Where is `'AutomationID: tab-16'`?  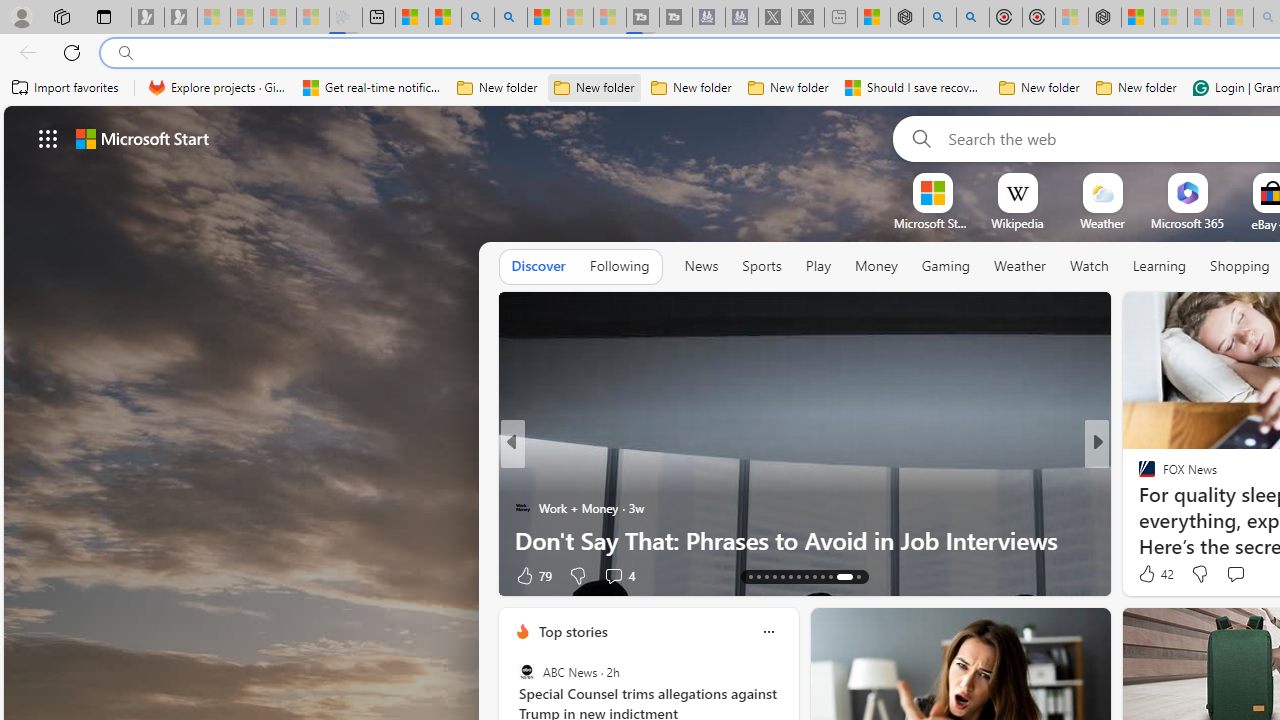
'AutomationID: tab-16' is located at coordinates (774, 577).